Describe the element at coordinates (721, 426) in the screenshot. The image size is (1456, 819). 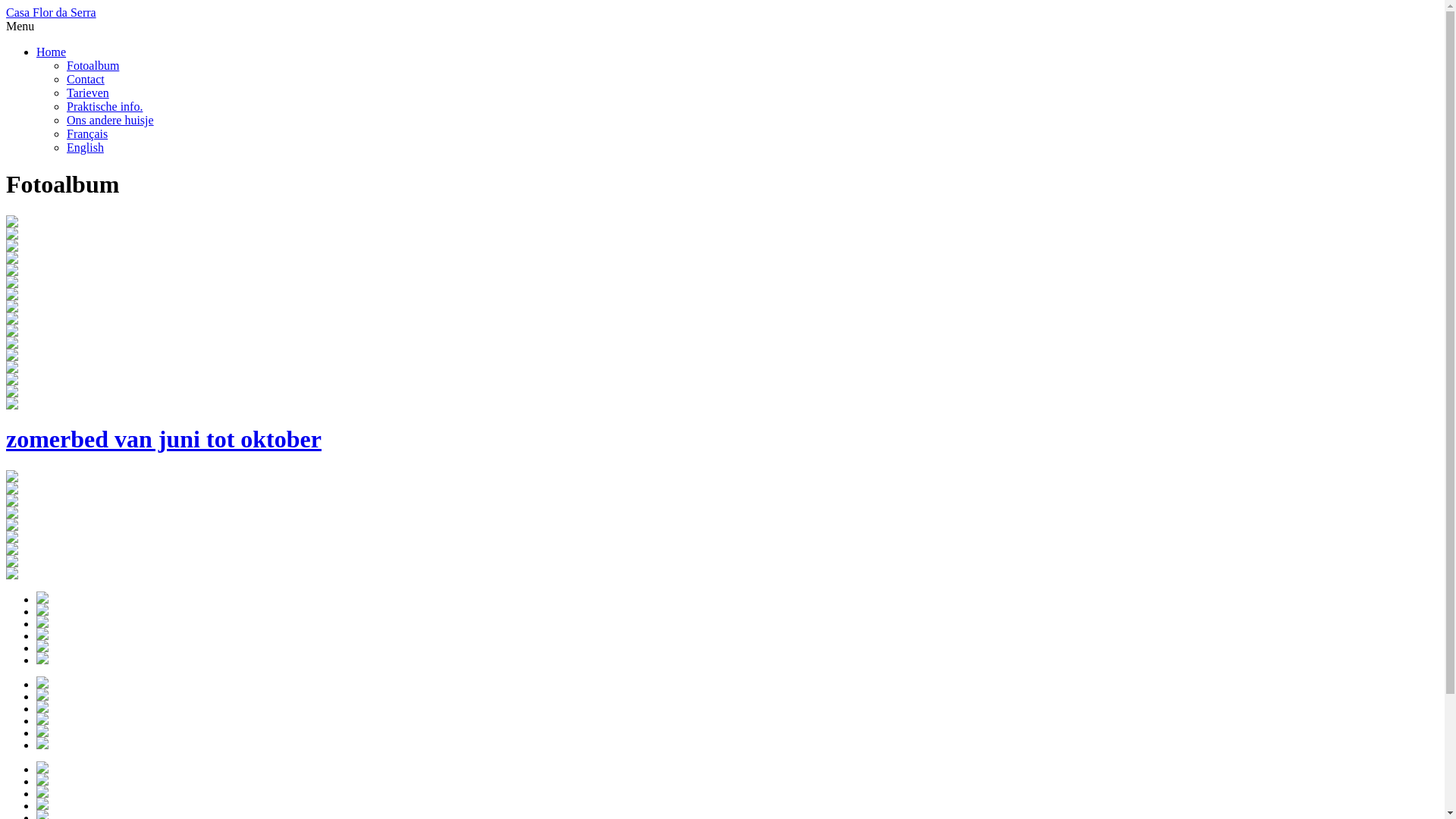
I see `'zomerbed van juni tot oktober'` at that location.